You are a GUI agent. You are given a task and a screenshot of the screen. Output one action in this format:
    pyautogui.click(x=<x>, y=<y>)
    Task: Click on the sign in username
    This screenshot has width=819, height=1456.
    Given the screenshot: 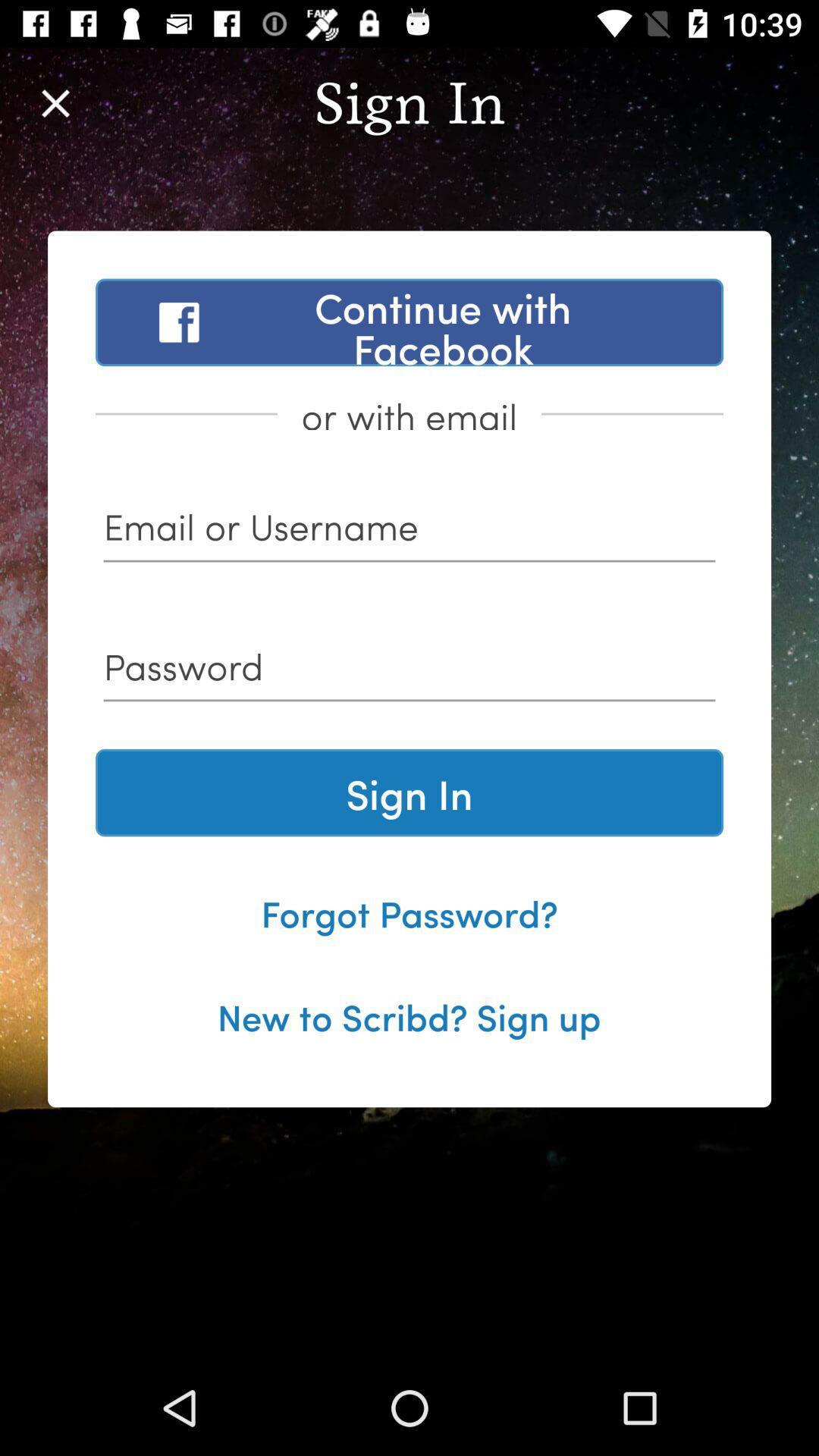 What is the action you would take?
    pyautogui.click(x=409, y=532)
    